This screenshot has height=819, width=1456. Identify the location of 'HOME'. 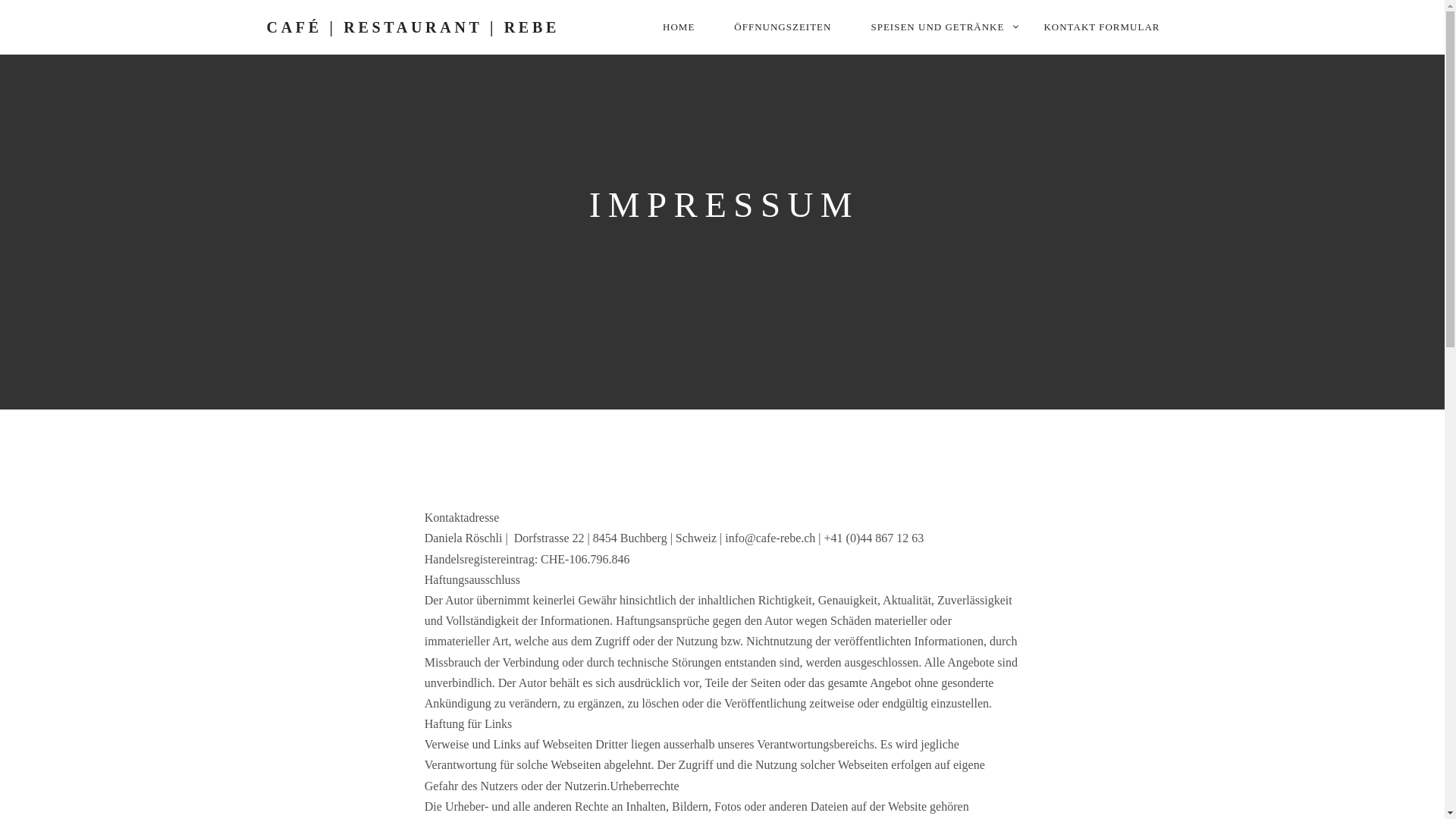
(677, 27).